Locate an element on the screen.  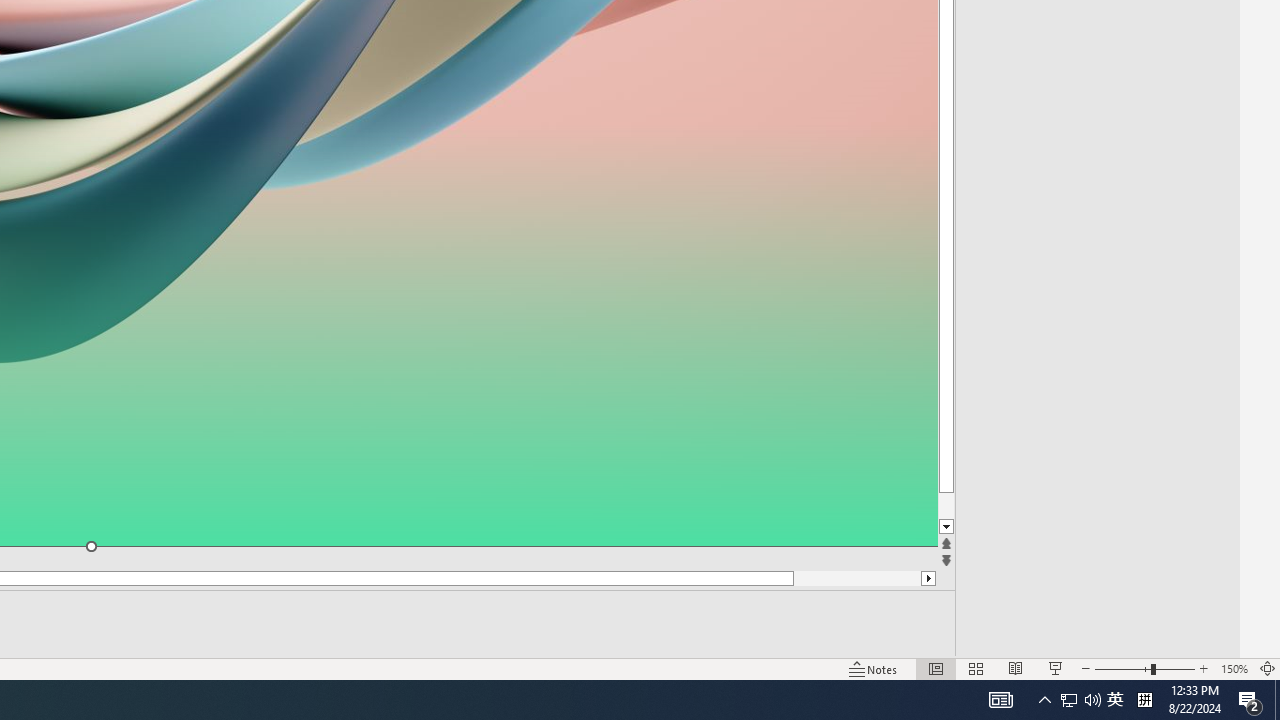
'AutomationID: 4105' is located at coordinates (1000, 698).